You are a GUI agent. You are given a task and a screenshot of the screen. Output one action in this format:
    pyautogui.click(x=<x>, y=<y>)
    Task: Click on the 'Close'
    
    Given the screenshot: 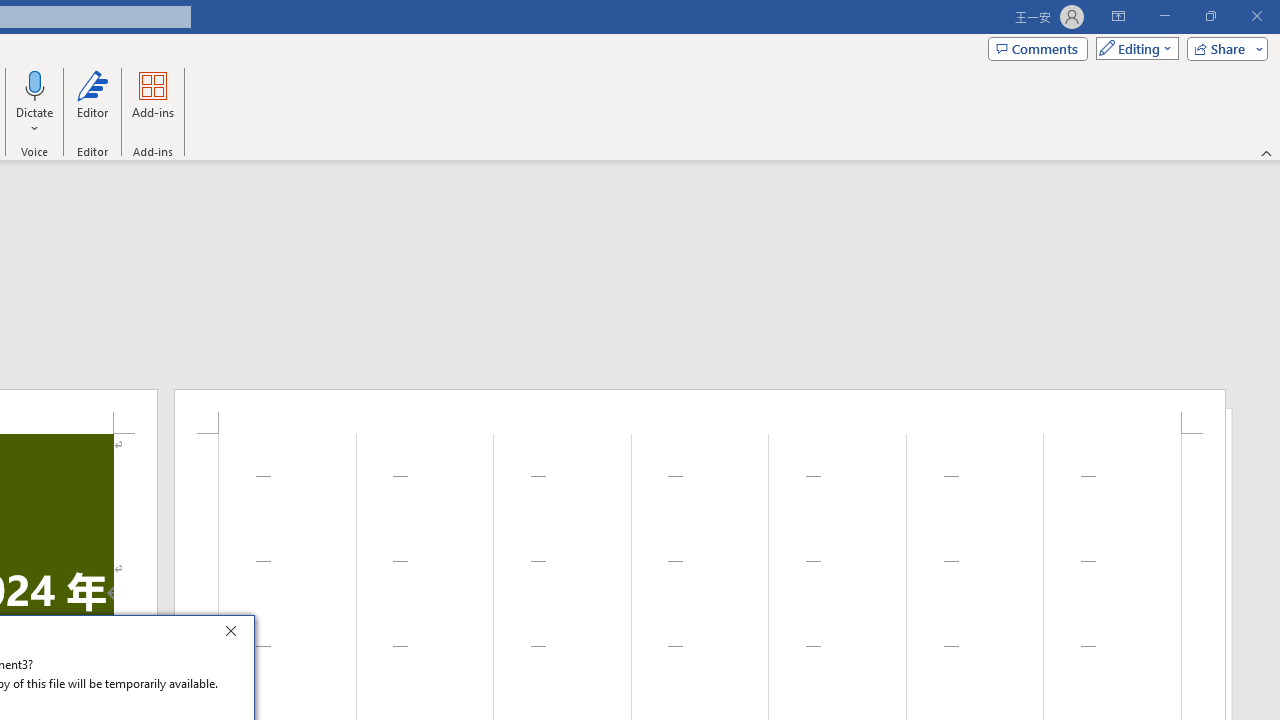 What is the action you would take?
    pyautogui.click(x=236, y=633)
    